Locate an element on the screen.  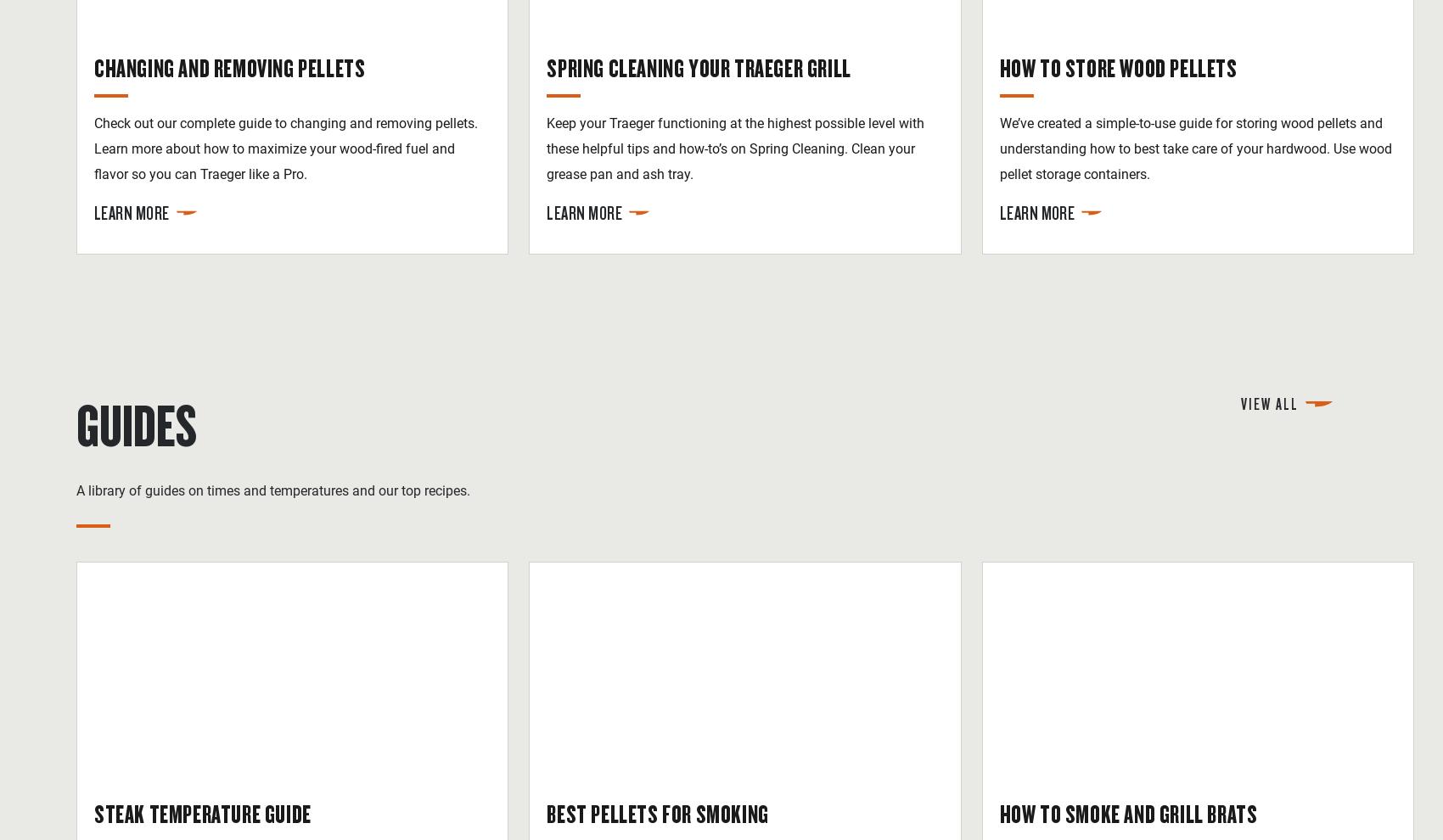
'How to Smoke and Grill Brats' is located at coordinates (1128, 813).